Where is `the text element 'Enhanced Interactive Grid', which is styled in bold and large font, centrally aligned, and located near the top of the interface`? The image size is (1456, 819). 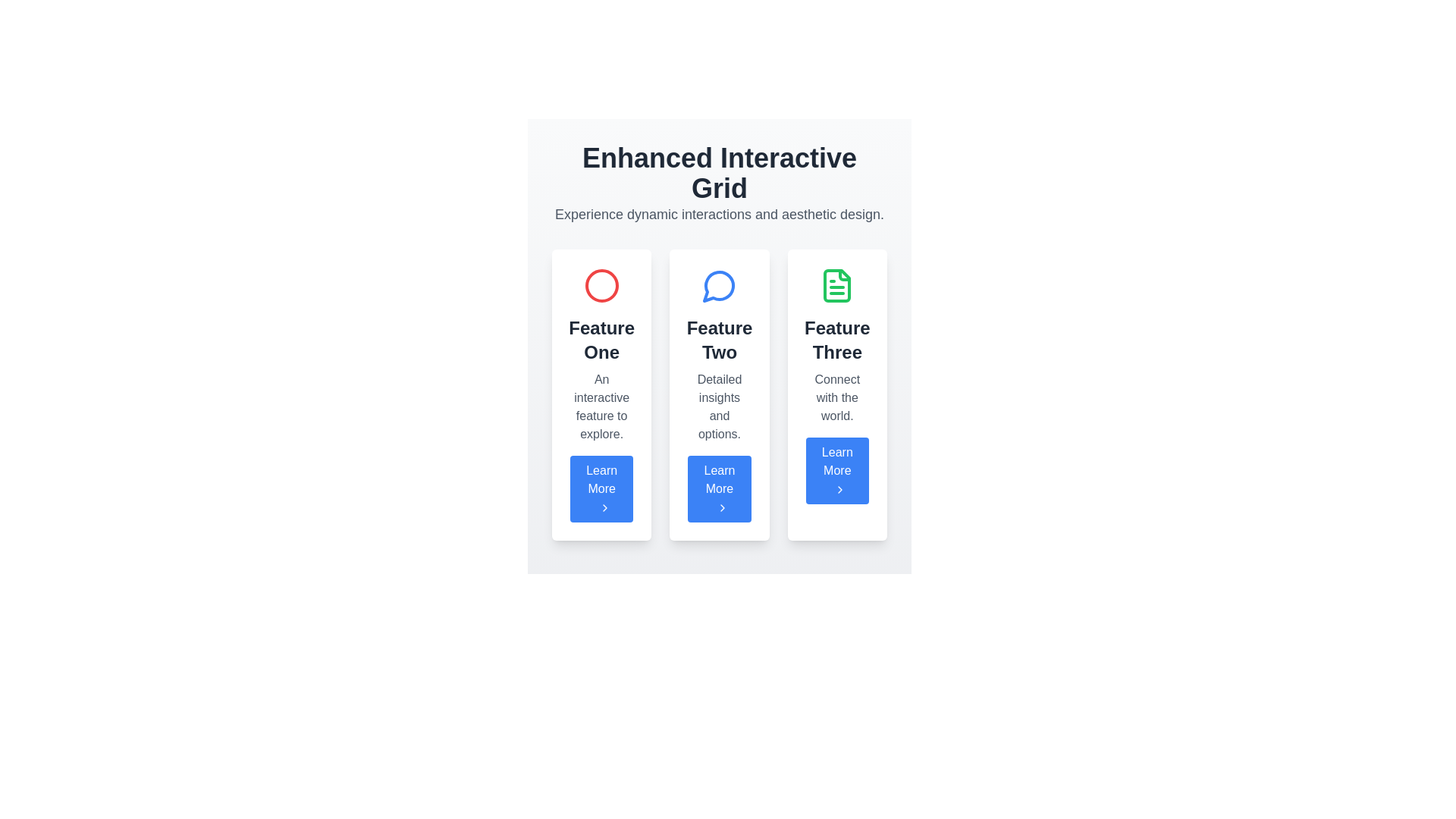
the text element 'Enhanced Interactive Grid', which is styled in bold and large font, centrally aligned, and located near the top of the interface is located at coordinates (719, 172).